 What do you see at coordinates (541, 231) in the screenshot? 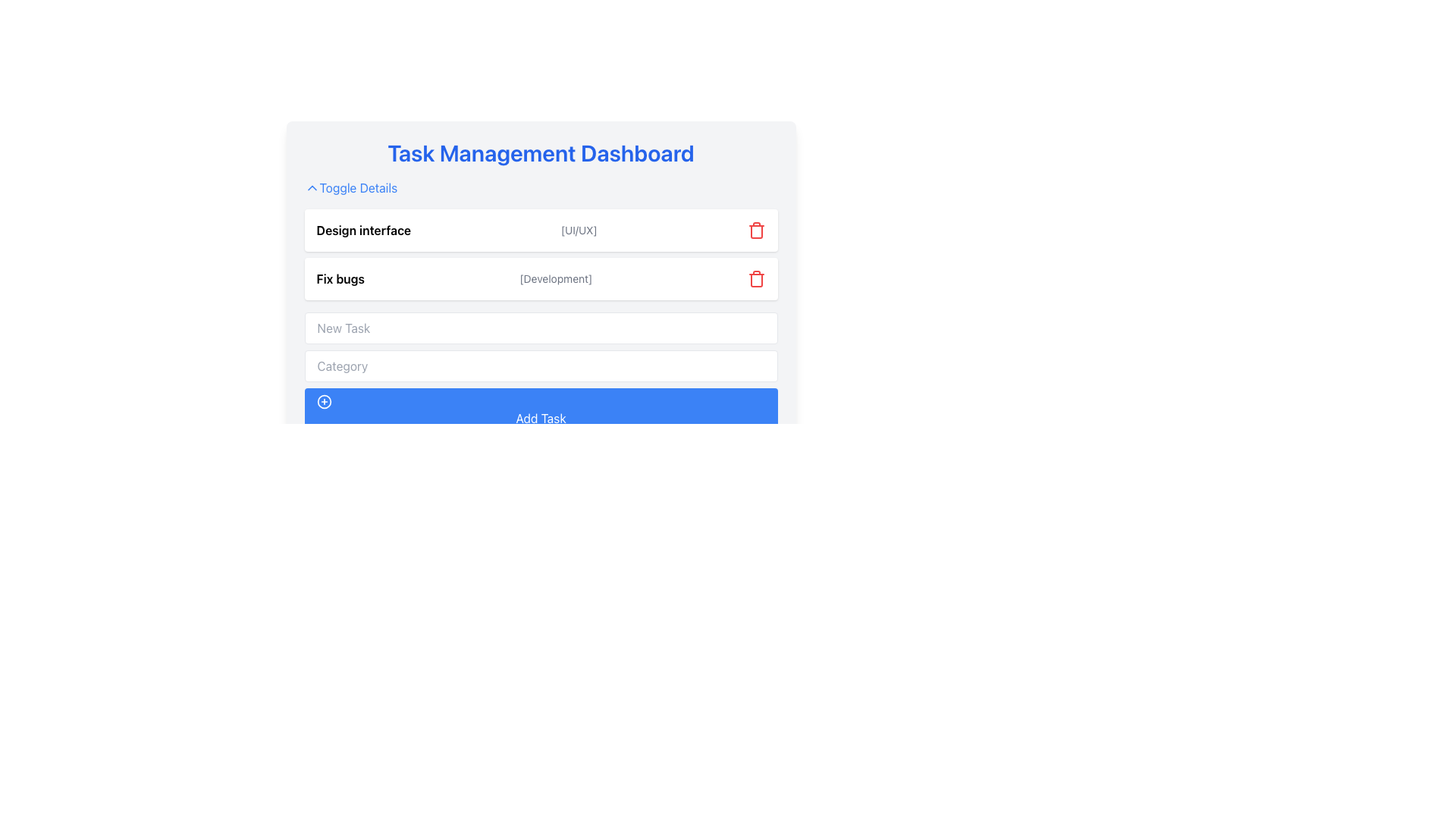
I see `the task description by clicking on the 'Design interface' task card located in the upper section of the Task Management Dashboard` at bounding box center [541, 231].